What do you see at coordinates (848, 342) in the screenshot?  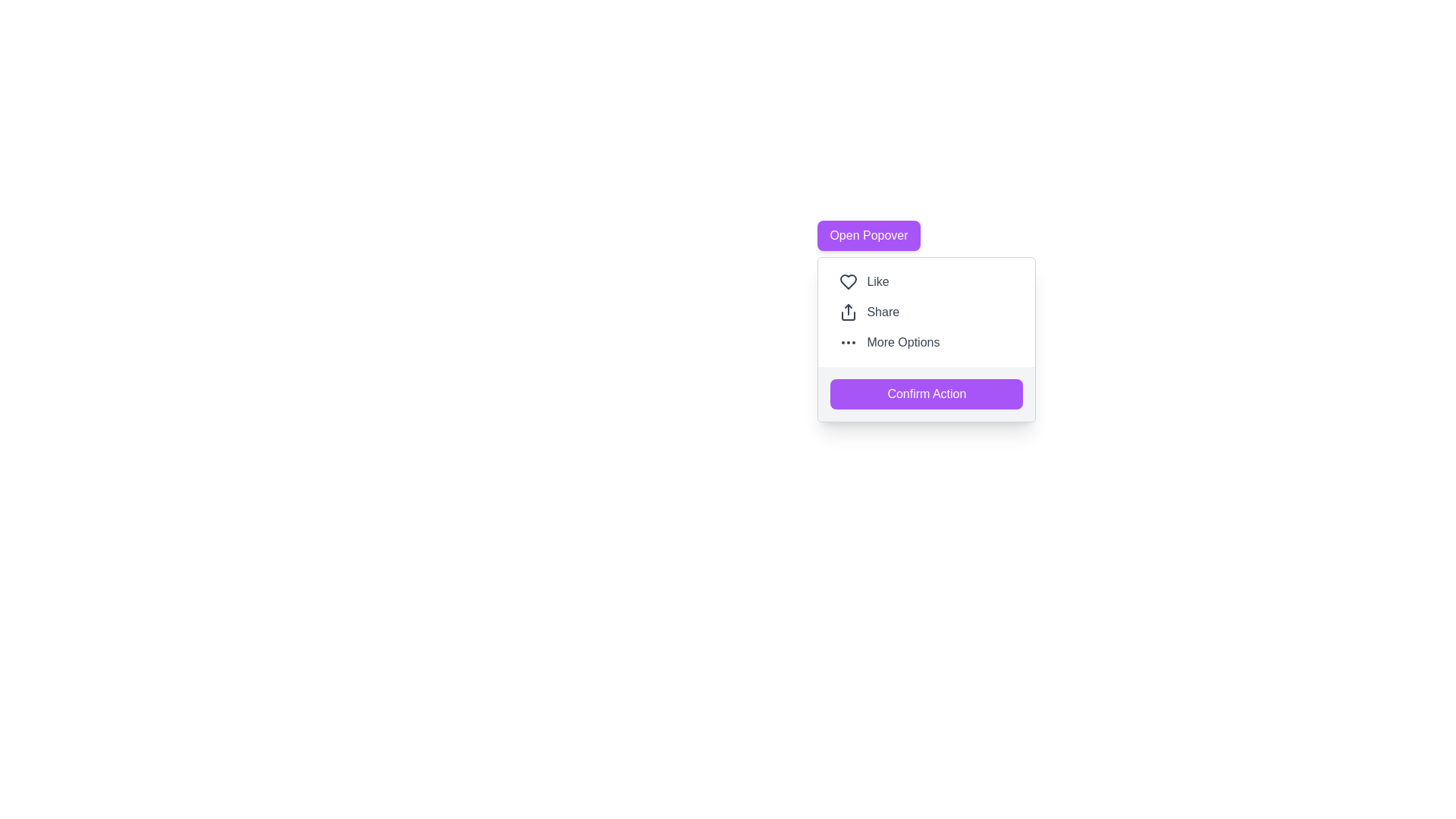 I see `the small horizontal ellipsis icon with three circular dots located in the 'More Options' section` at bounding box center [848, 342].